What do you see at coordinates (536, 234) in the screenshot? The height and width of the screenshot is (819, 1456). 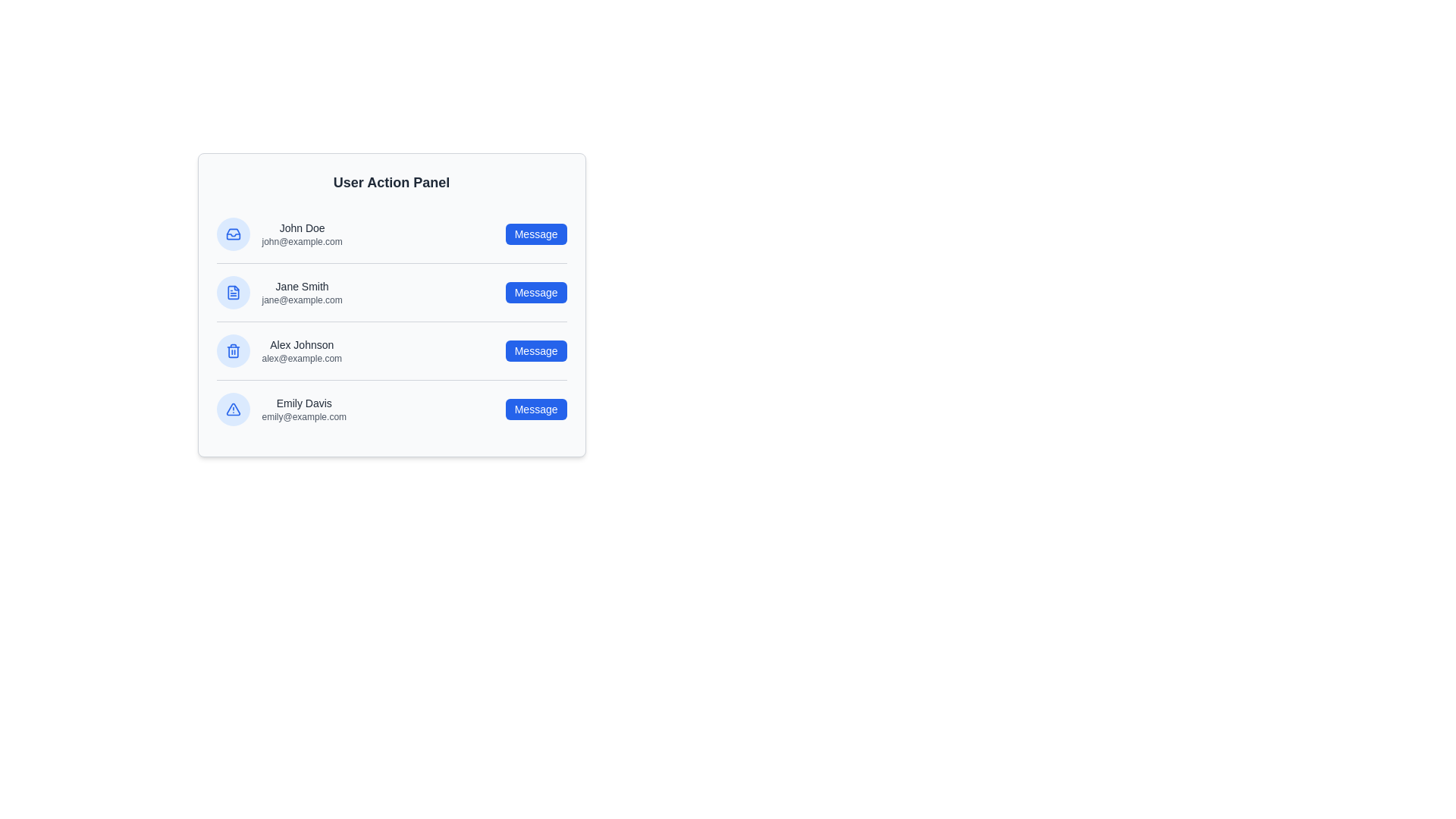 I see `'Message' button for the user identified by John Doe` at bounding box center [536, 234].